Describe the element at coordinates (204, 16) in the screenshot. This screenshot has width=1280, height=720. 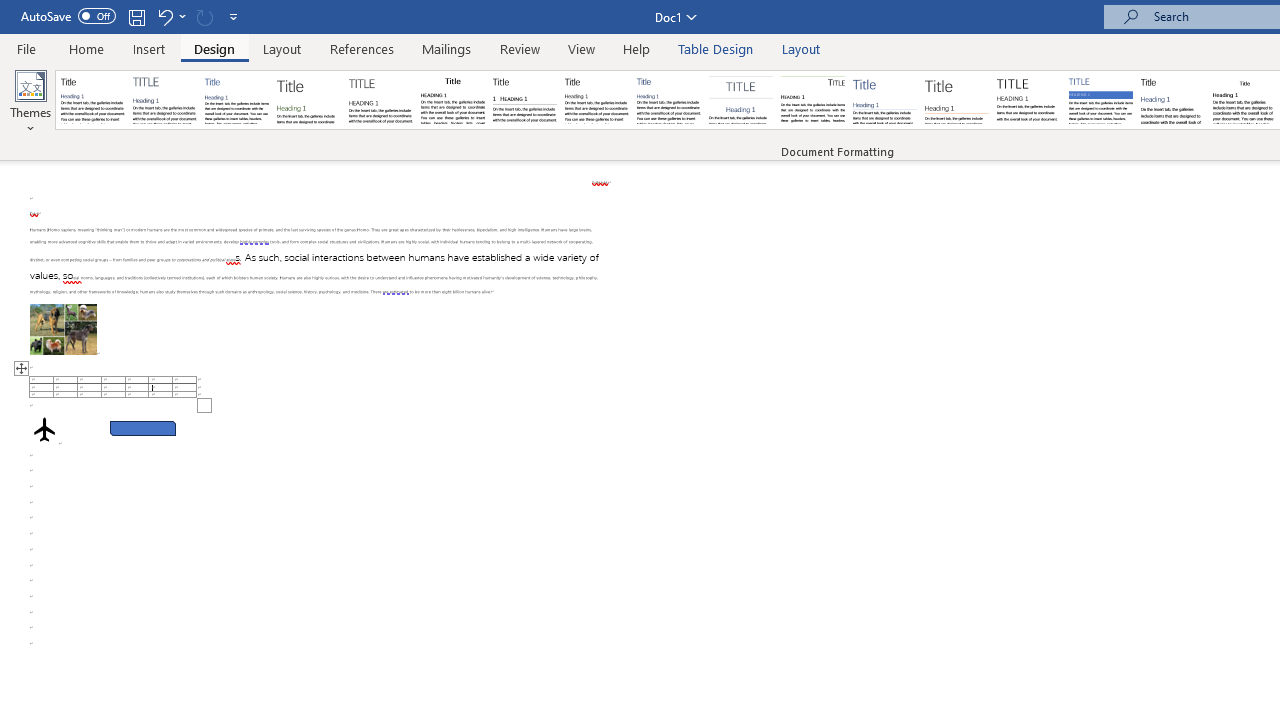
I see `'Can'` at that location.